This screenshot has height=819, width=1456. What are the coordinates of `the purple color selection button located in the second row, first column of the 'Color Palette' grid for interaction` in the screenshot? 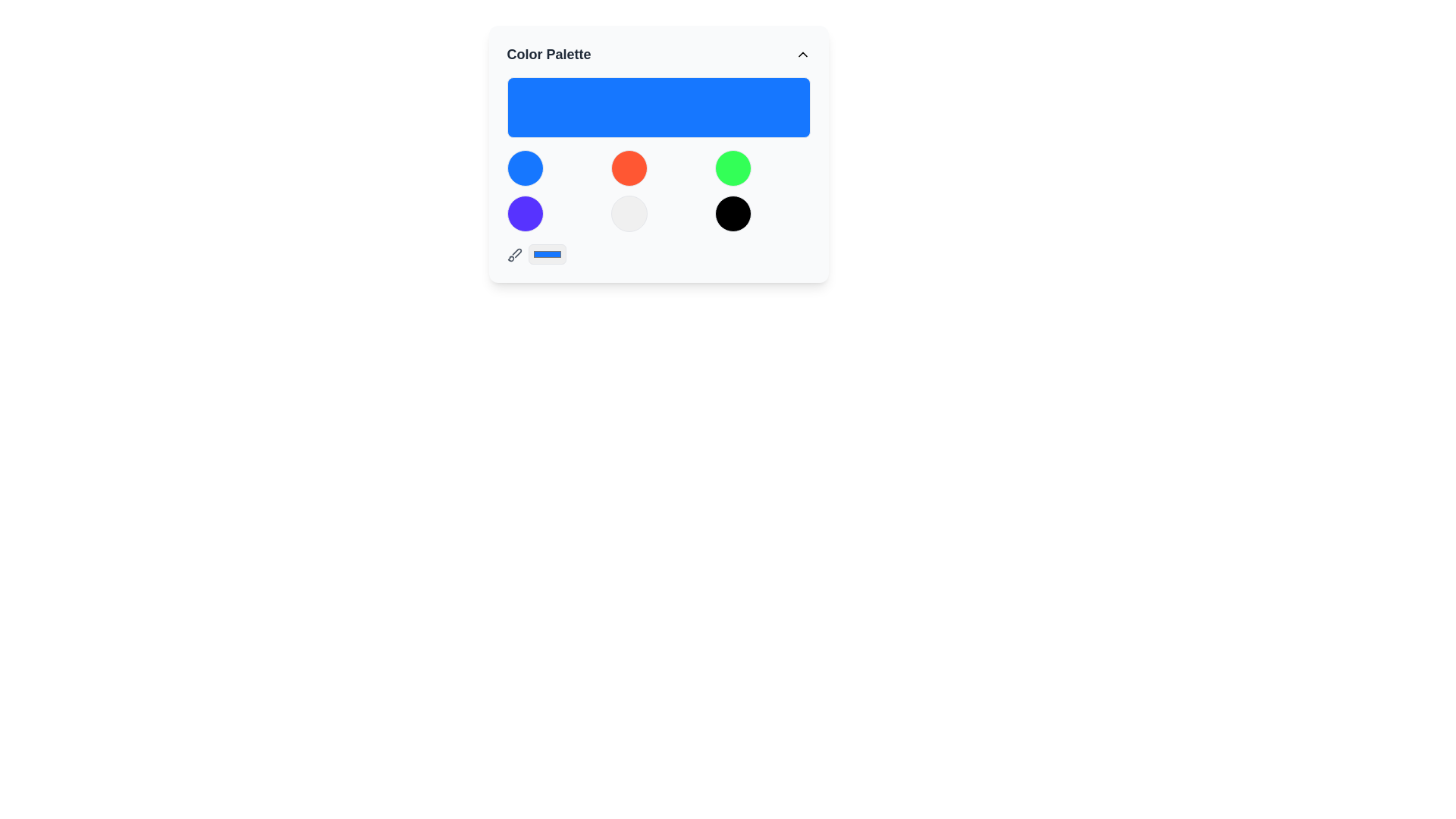 It's located at (525, 213).